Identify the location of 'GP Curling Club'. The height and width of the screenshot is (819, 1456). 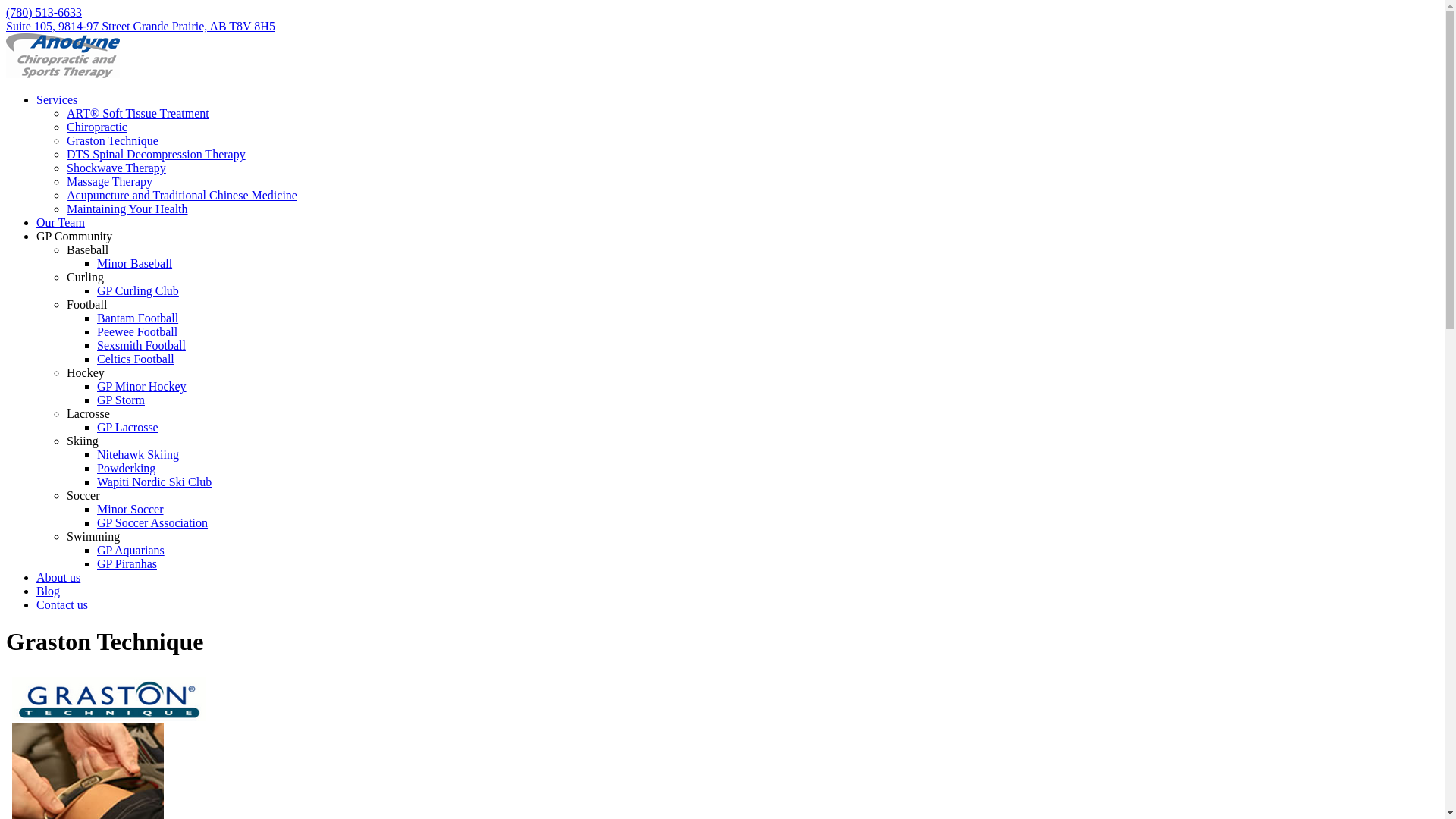
(138, 290).